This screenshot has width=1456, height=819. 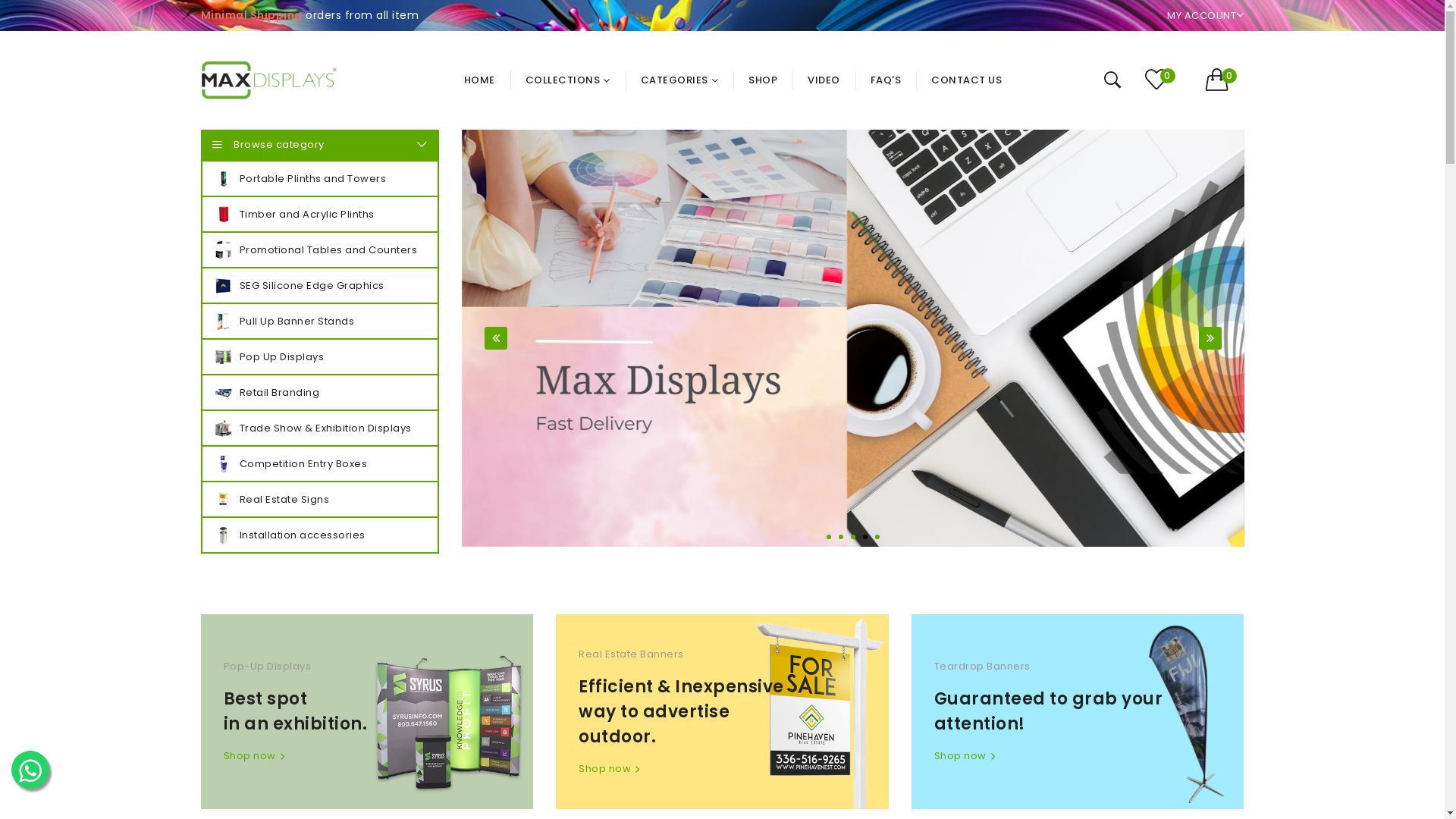 I want to click on 'CATEGORIES', so click(x=679, y=80).